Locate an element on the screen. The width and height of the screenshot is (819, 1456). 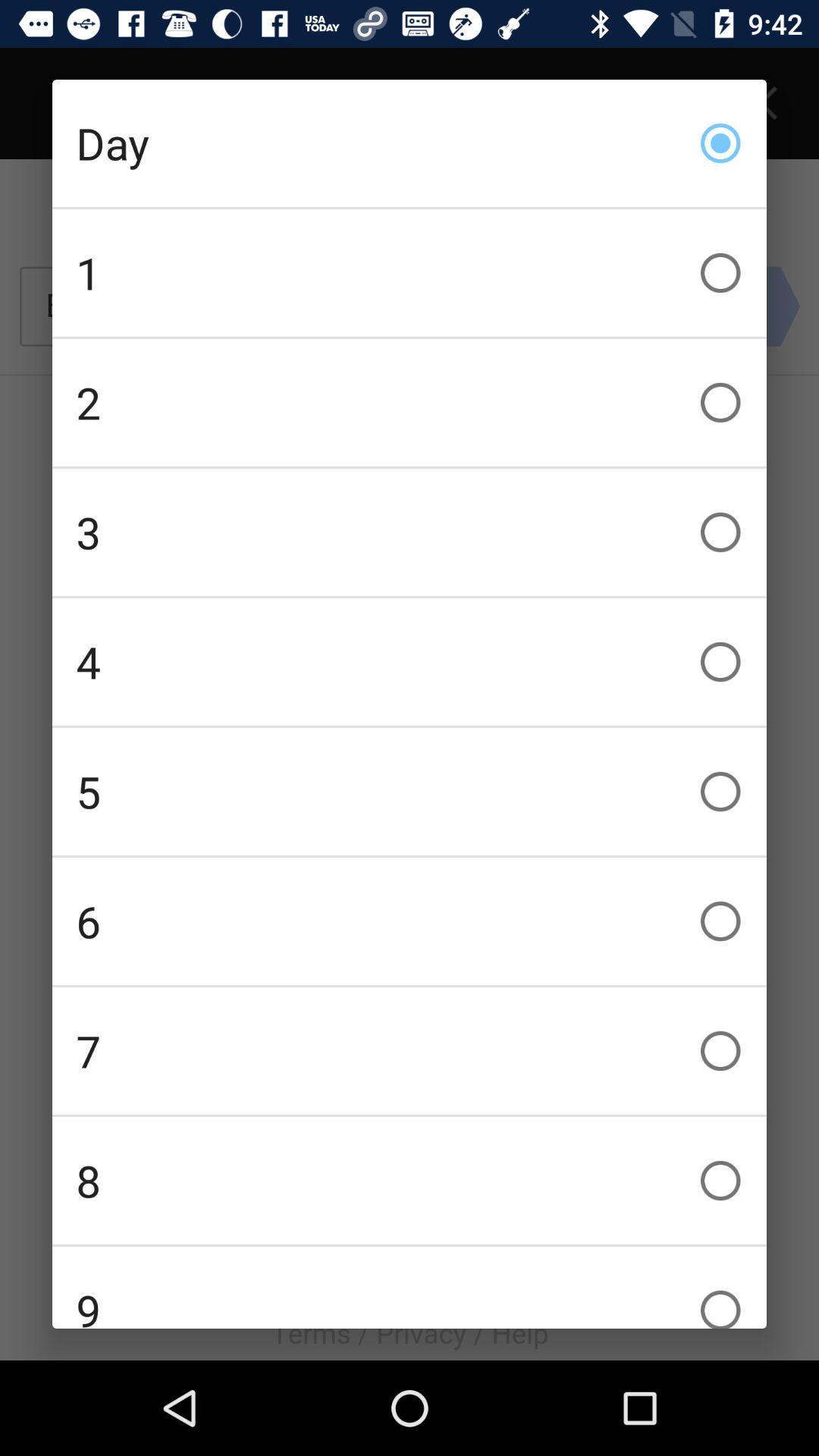
9 icon is located at coordinates (409, 1287).